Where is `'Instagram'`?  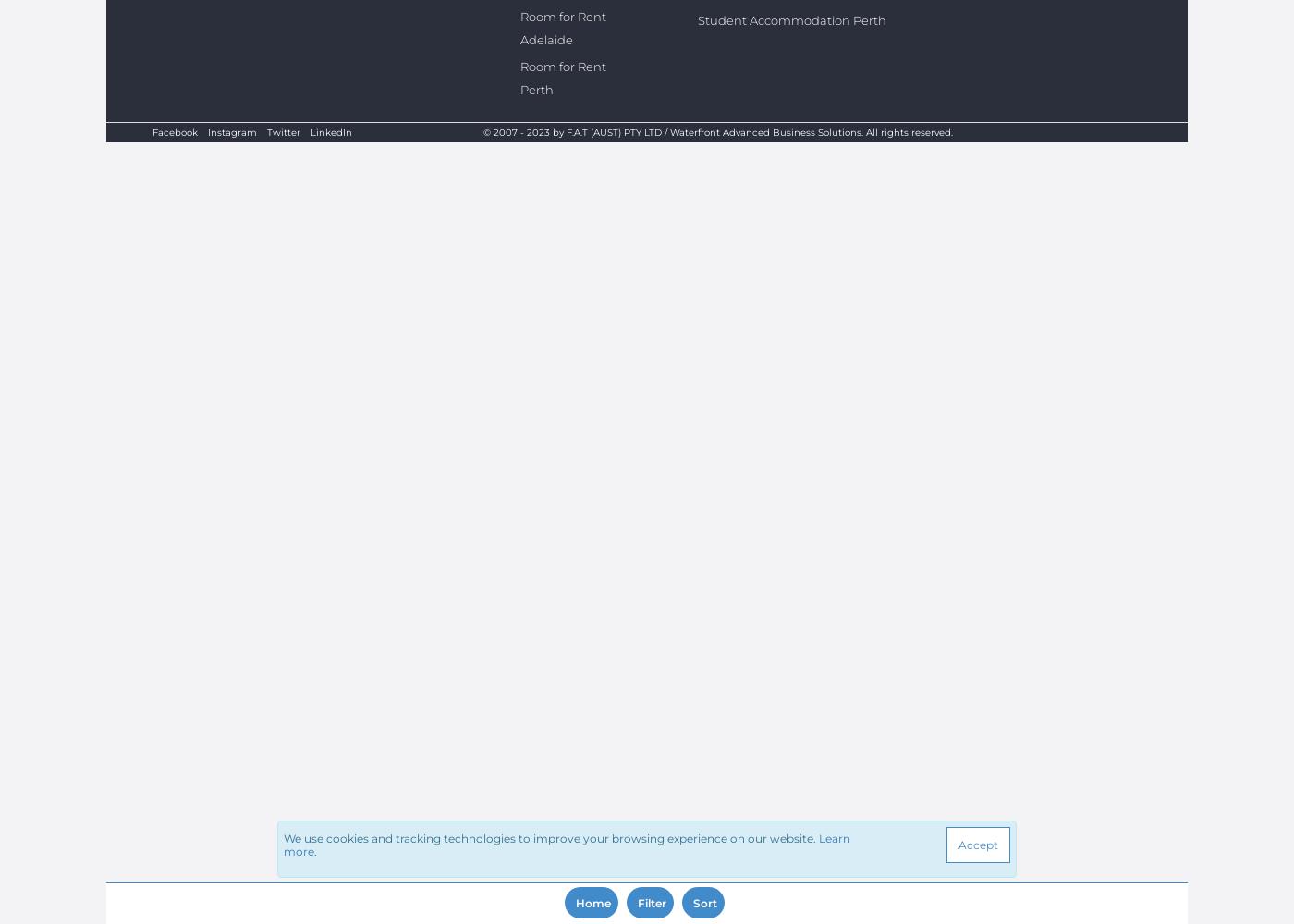
'Instagram' is located at coordinates (232, 132).